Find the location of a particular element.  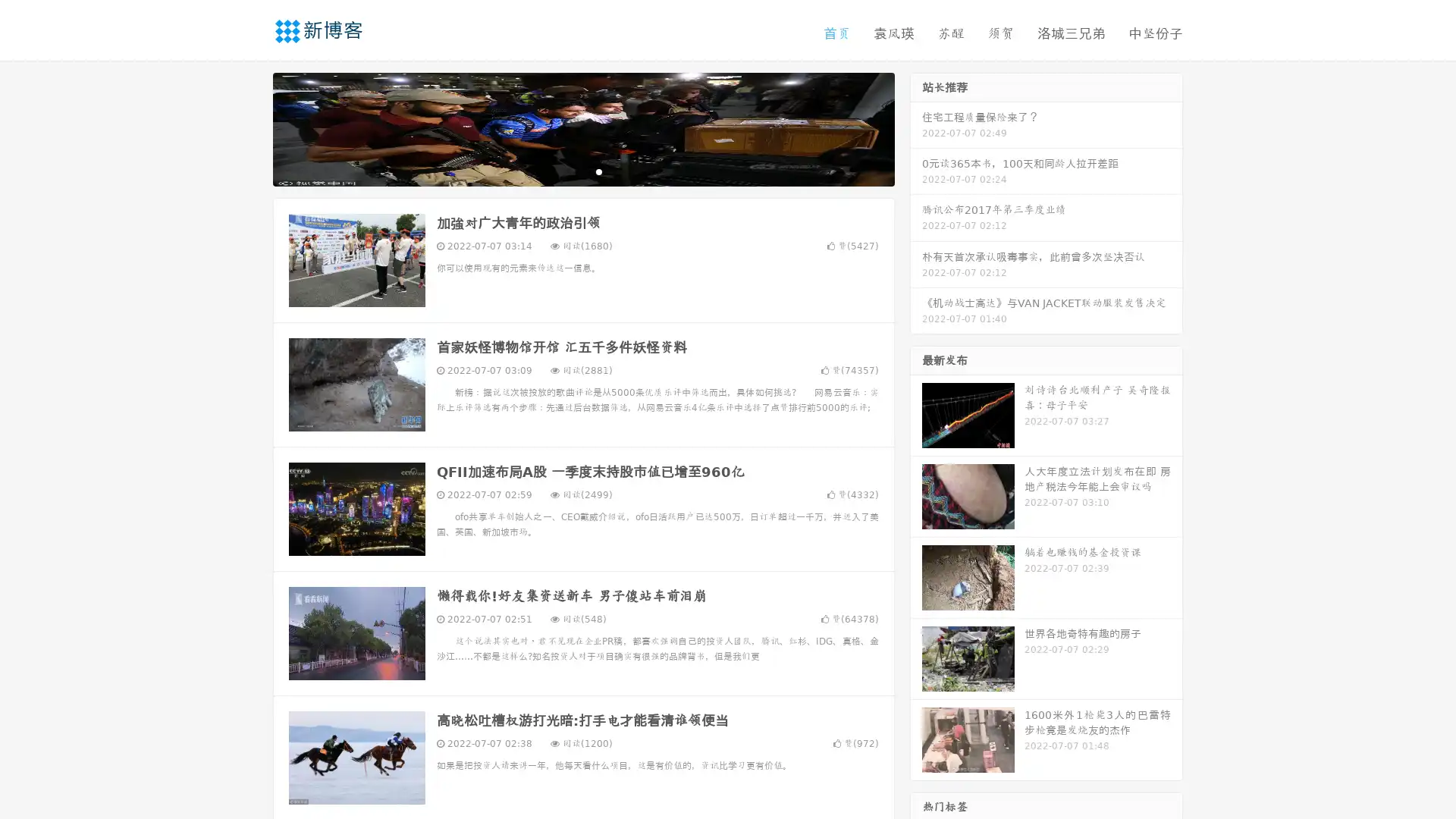

Next slide is located at coordinates (916, 127).